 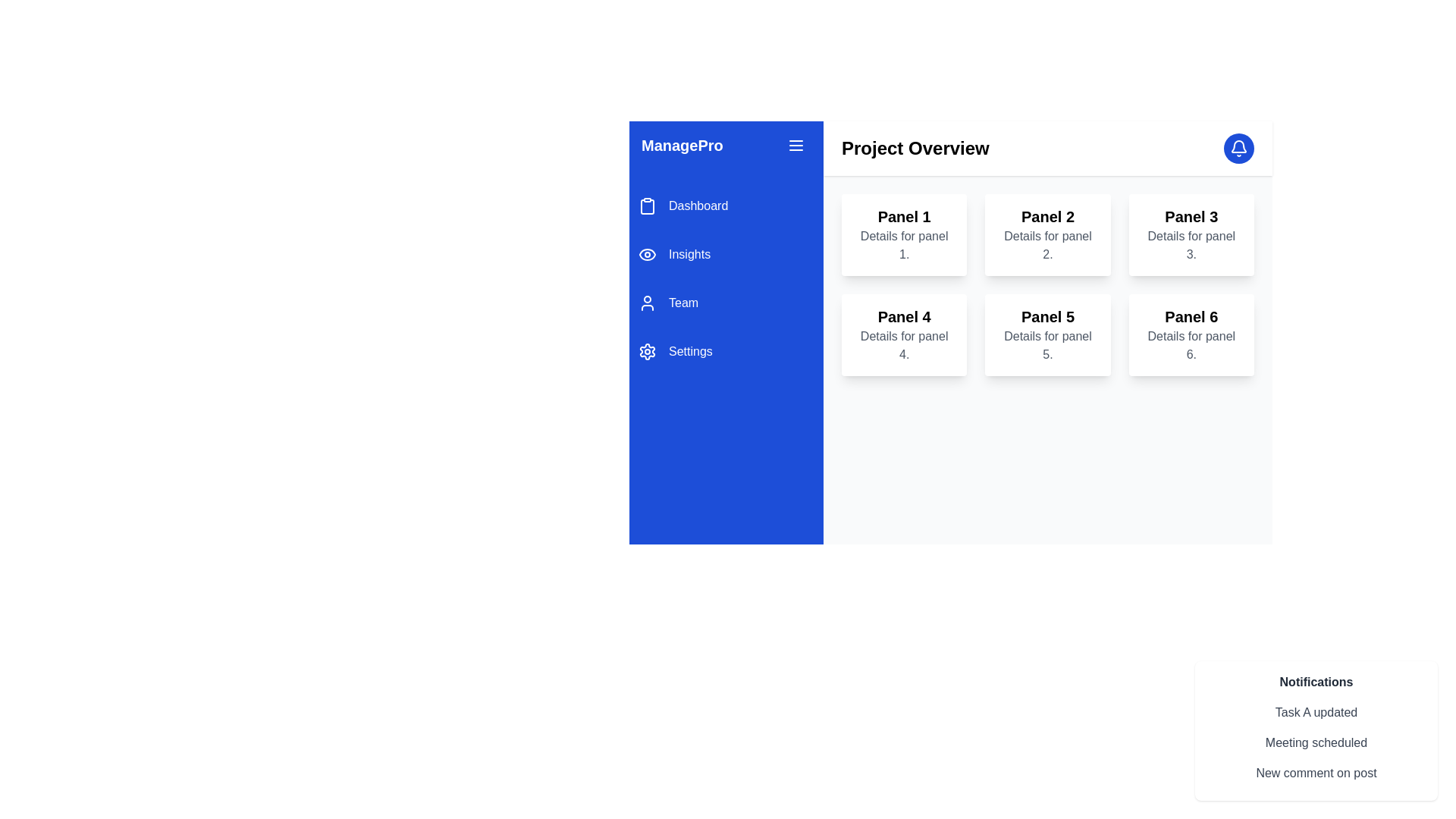 I want to click on text of the 'Settings' label in the navigation menu, which indicates the settings functionality and is located to the right of the gear icon as the fourth entry in the navigation list, so click(x=689, y=351).